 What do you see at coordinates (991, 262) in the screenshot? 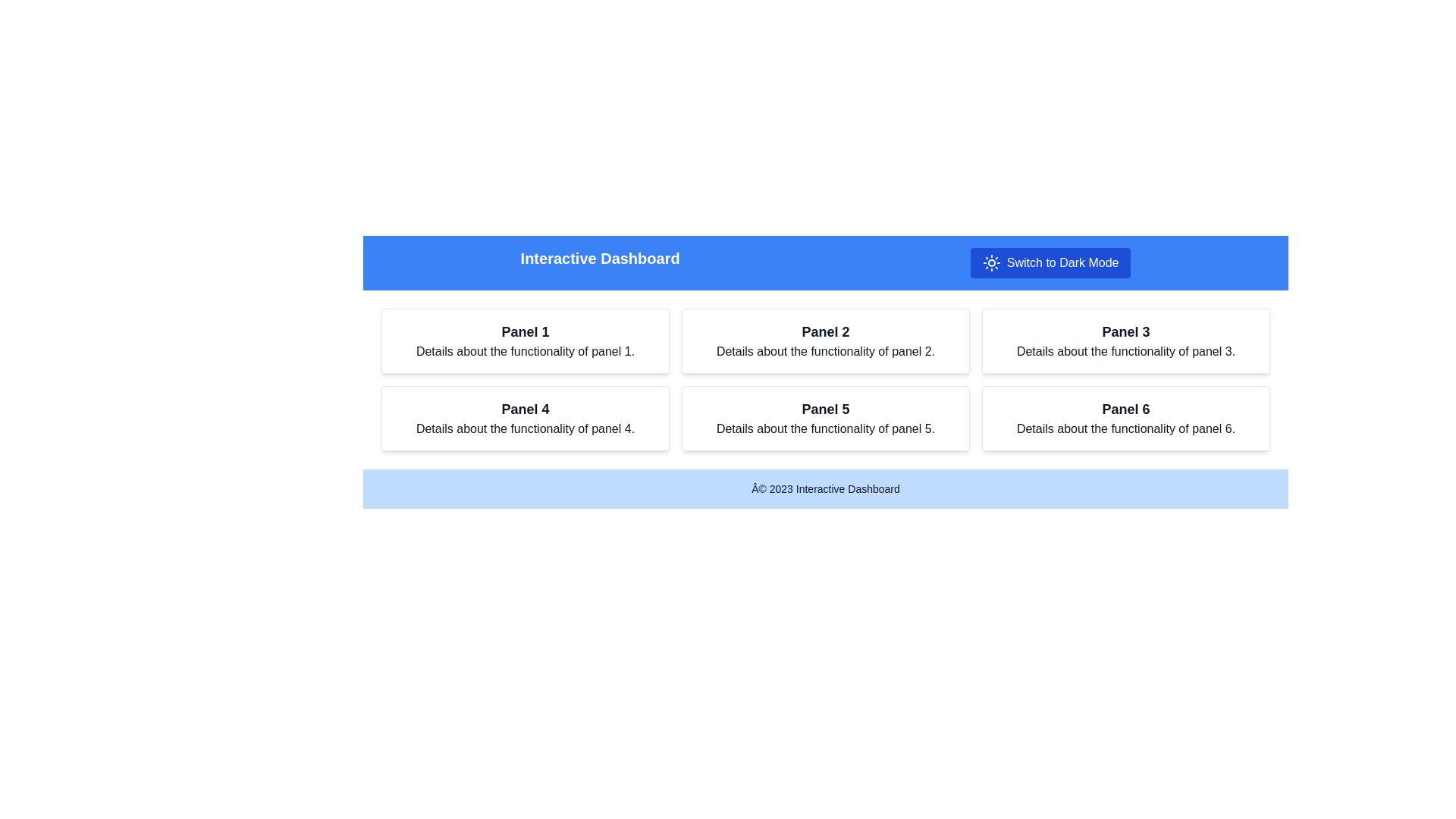
I see `the 'Switch to Dark Mode' button located at the top-right corner of the interface` at bounding box center [991, 262].